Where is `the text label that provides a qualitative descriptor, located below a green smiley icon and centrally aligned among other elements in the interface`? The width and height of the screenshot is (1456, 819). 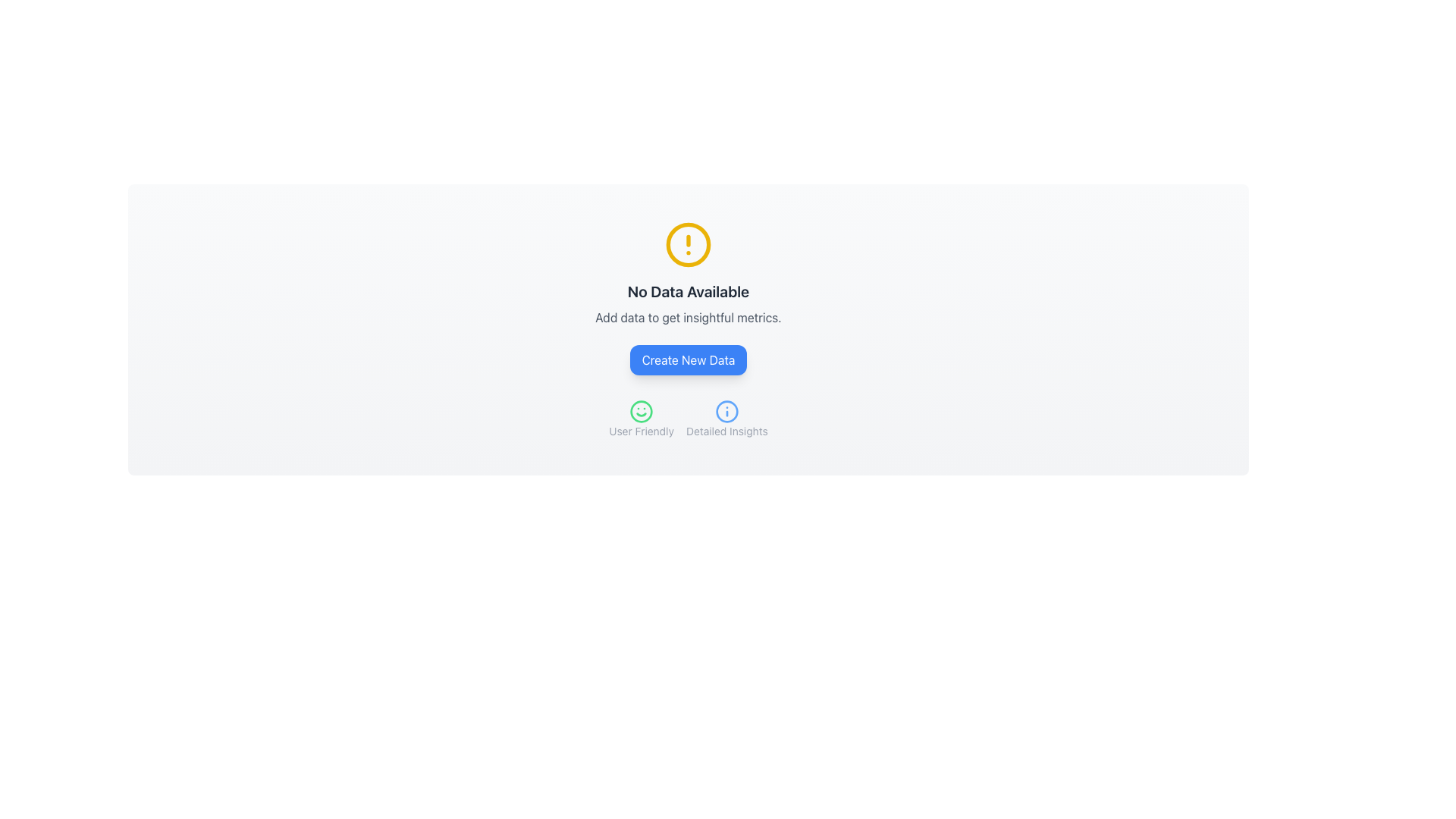
the text label that provides a qualitative descriptor, located below a green smiley icon and centrally aligned among other elements in the interface is located at coordinates (642, 431).